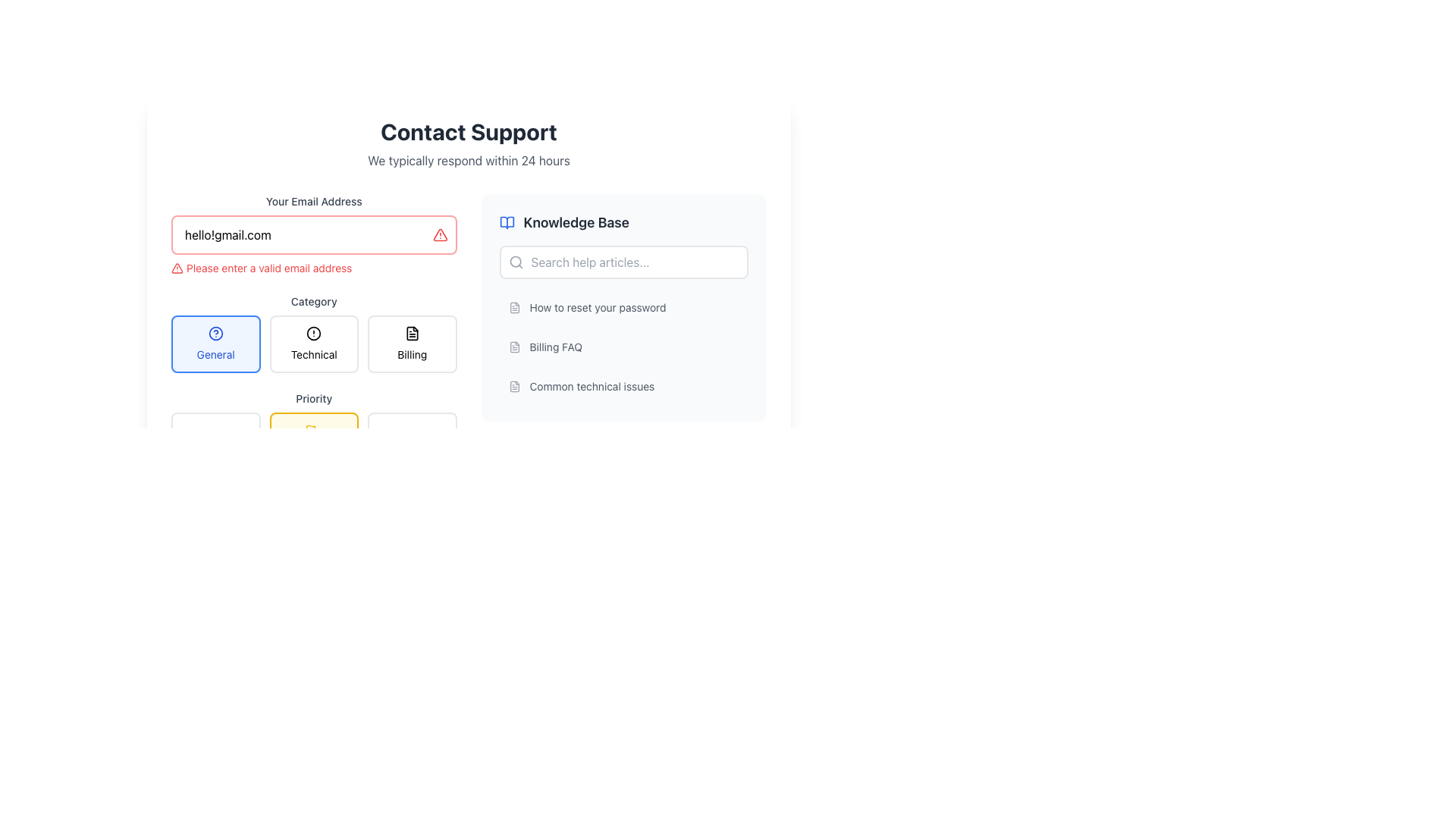 The width and height of the screenshot is (1456, 819). Describe the element at coordinates (313, 201) in the screenshot. I see `the Text Label that describes the 'Your Email Address' input field located at the top of the input box on the Contact Support page` at that location.